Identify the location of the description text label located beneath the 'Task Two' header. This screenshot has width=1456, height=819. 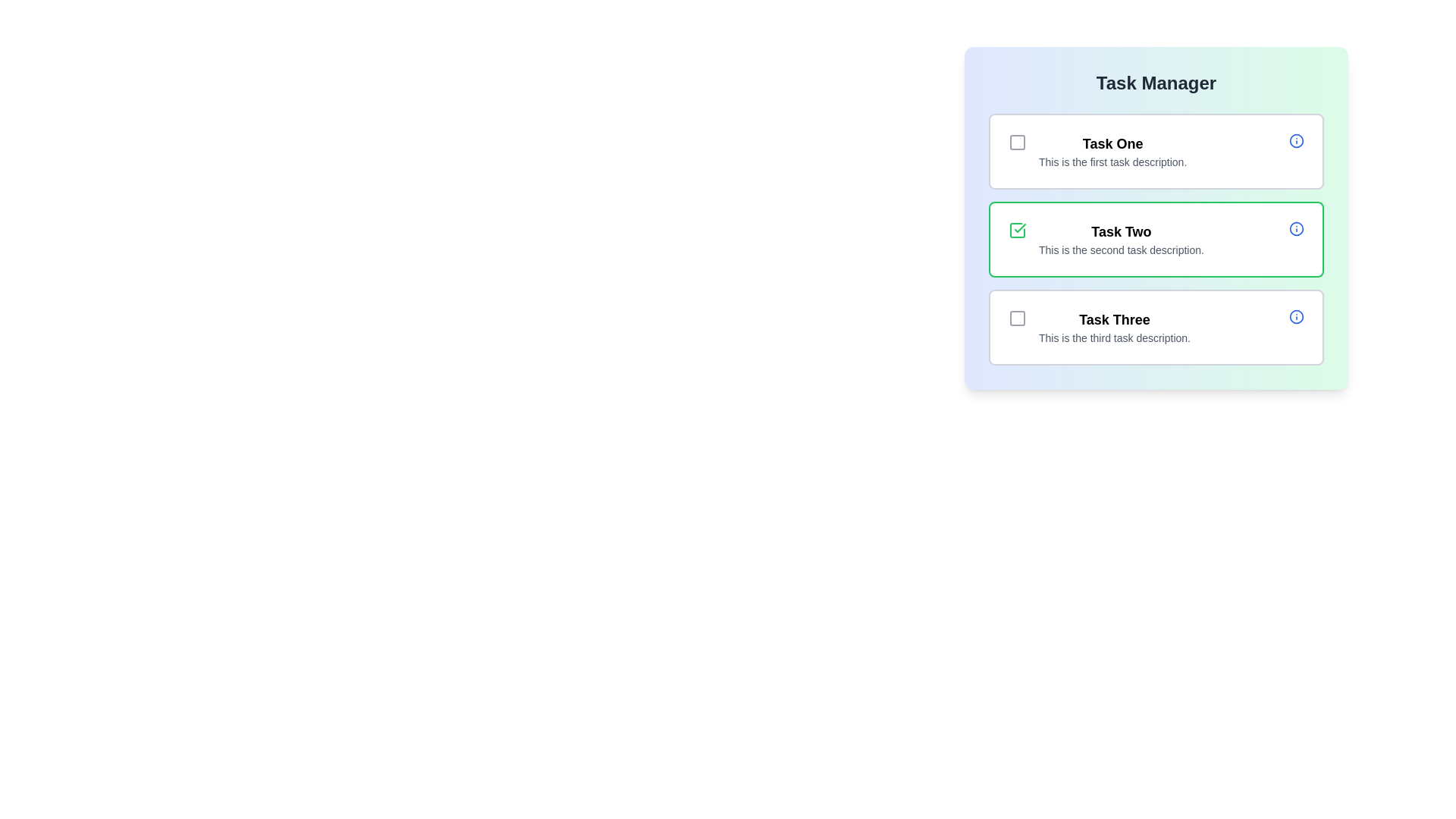
(1121, 249).